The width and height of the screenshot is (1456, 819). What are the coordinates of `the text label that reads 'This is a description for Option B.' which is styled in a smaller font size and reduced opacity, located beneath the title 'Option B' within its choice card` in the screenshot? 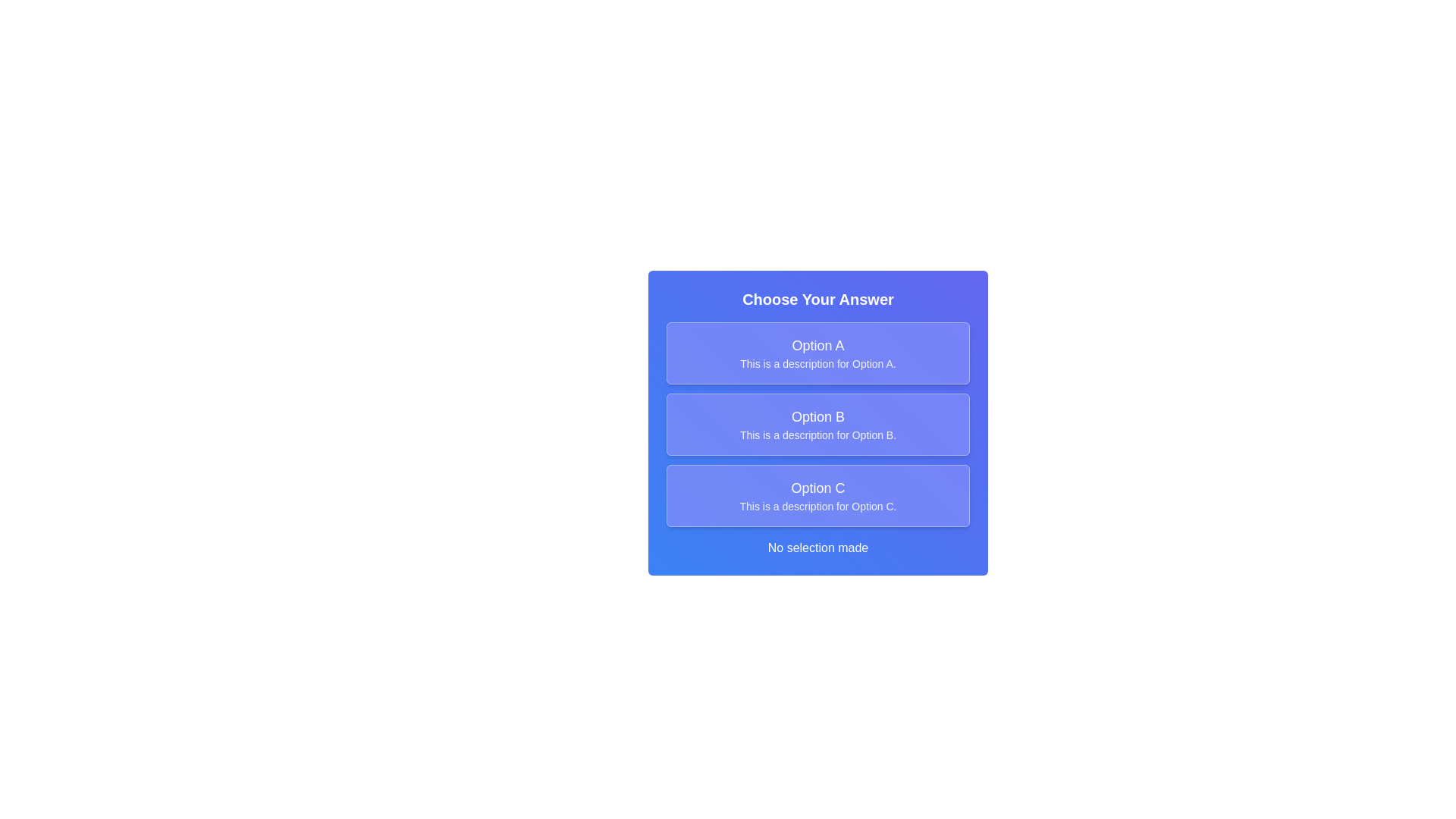 It's located at (817, 435).